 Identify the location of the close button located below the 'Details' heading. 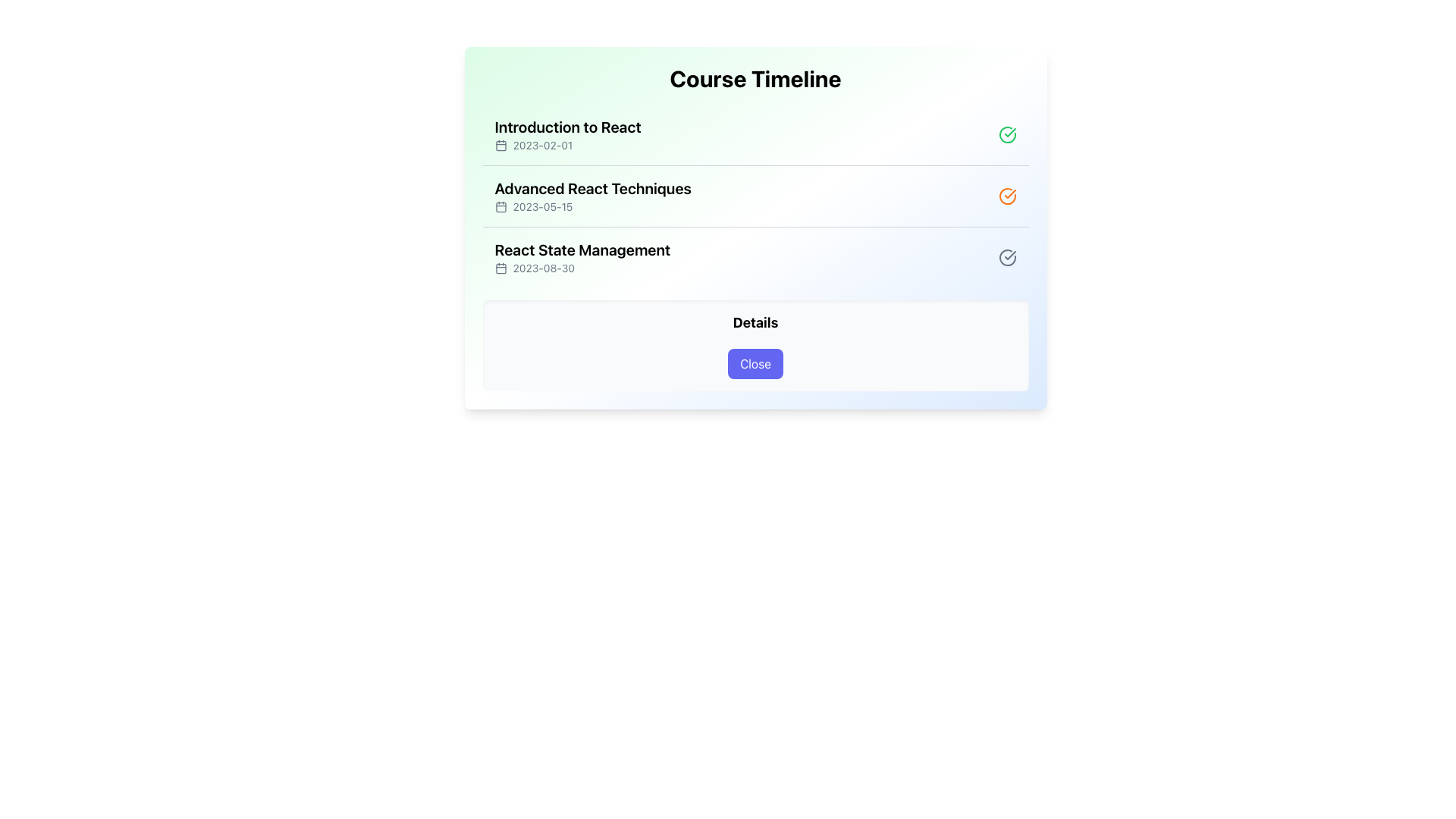
(755, 363).